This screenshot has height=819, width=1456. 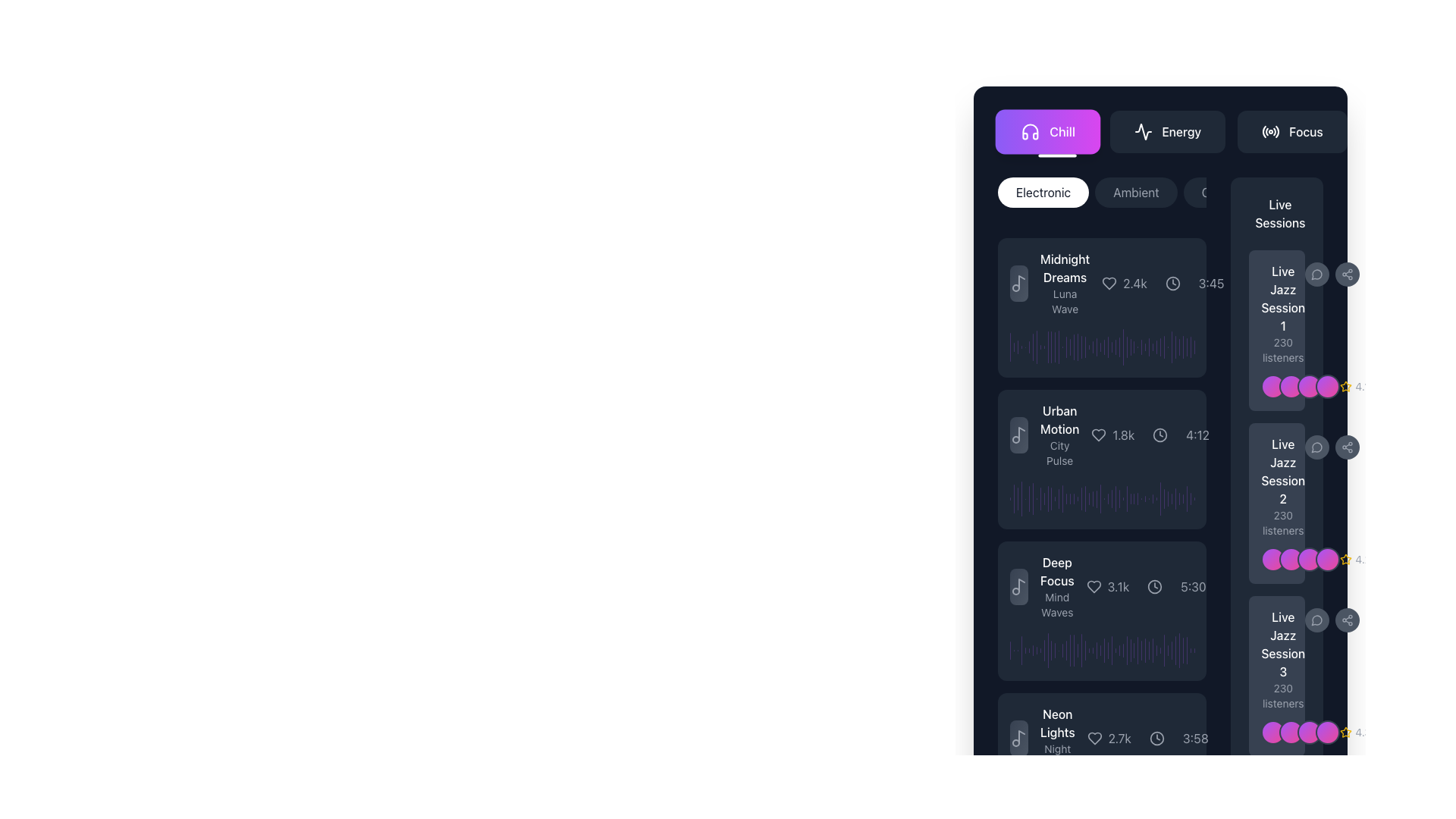 I want to click on the text label displaying the count of likes or favorites associated with the heart icon in the card for the song 'Midnight Dreams', so click(x=1125, y=284).